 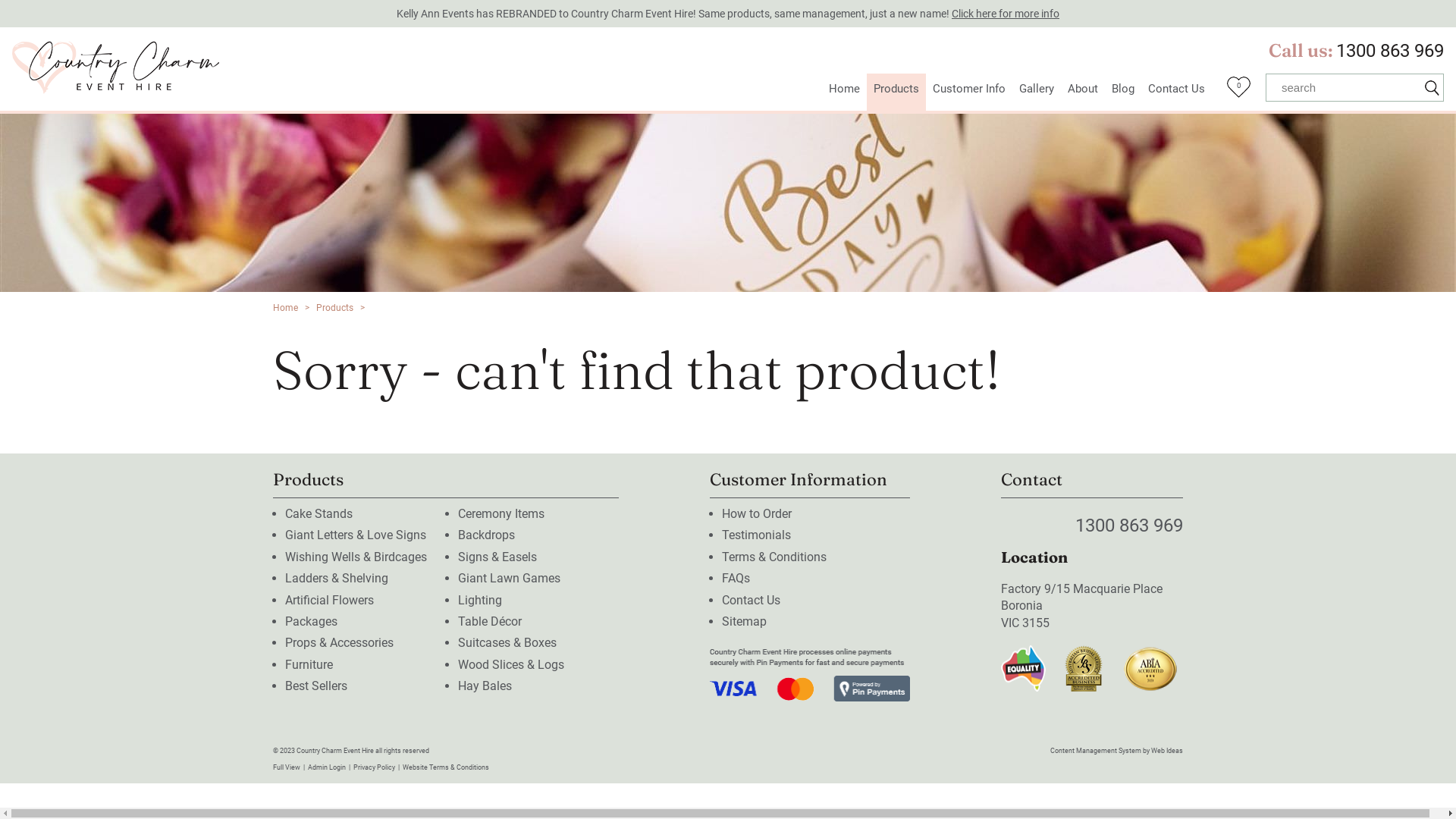 What do you see at coordinates (1390, 49) in the screenshot?
I see `'1300 863 969'` at bounding box center [1390, 49].